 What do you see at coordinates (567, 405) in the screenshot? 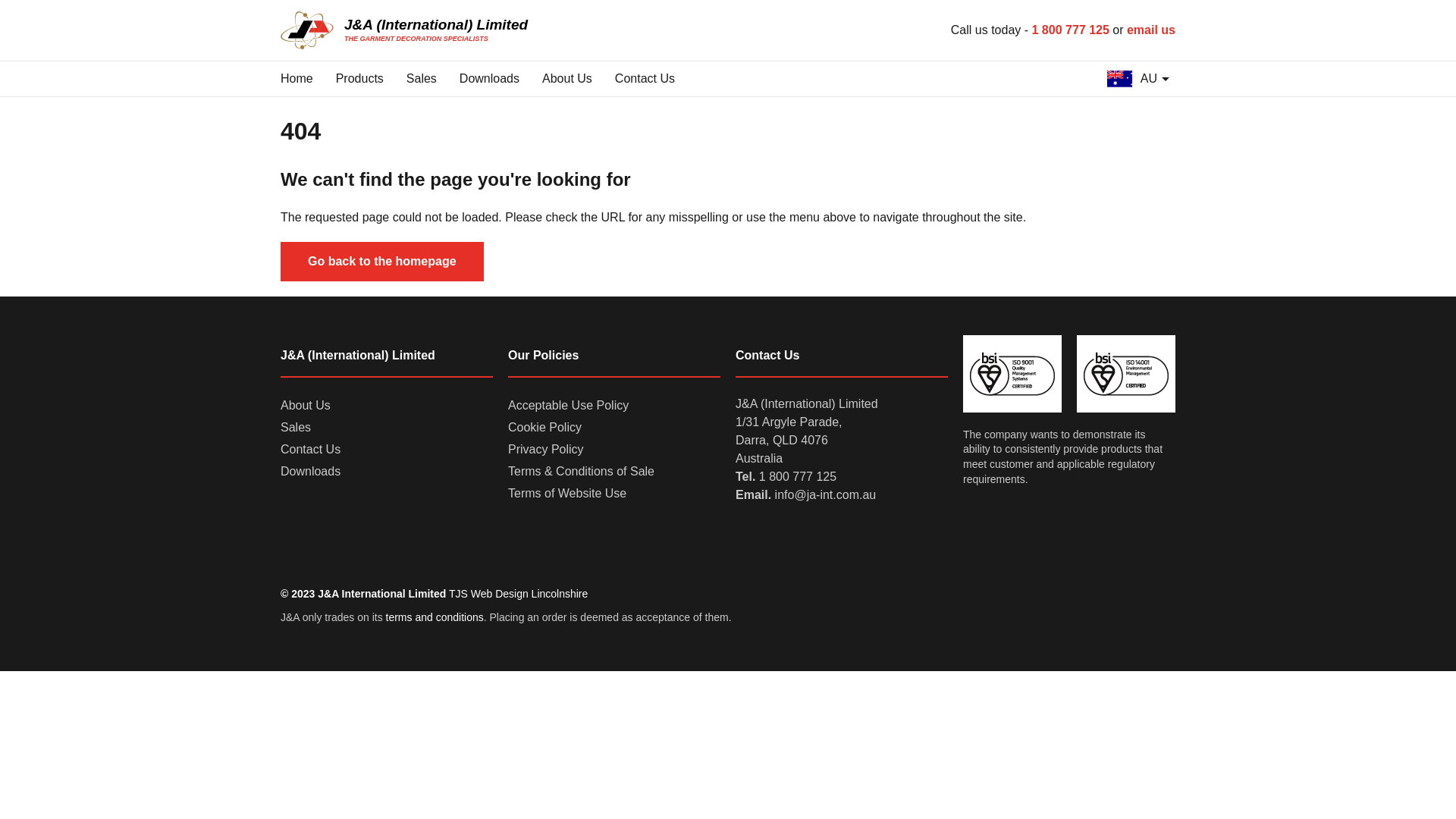
I see `'Acceptable Use Policy'` at bounding box center [567, 405].